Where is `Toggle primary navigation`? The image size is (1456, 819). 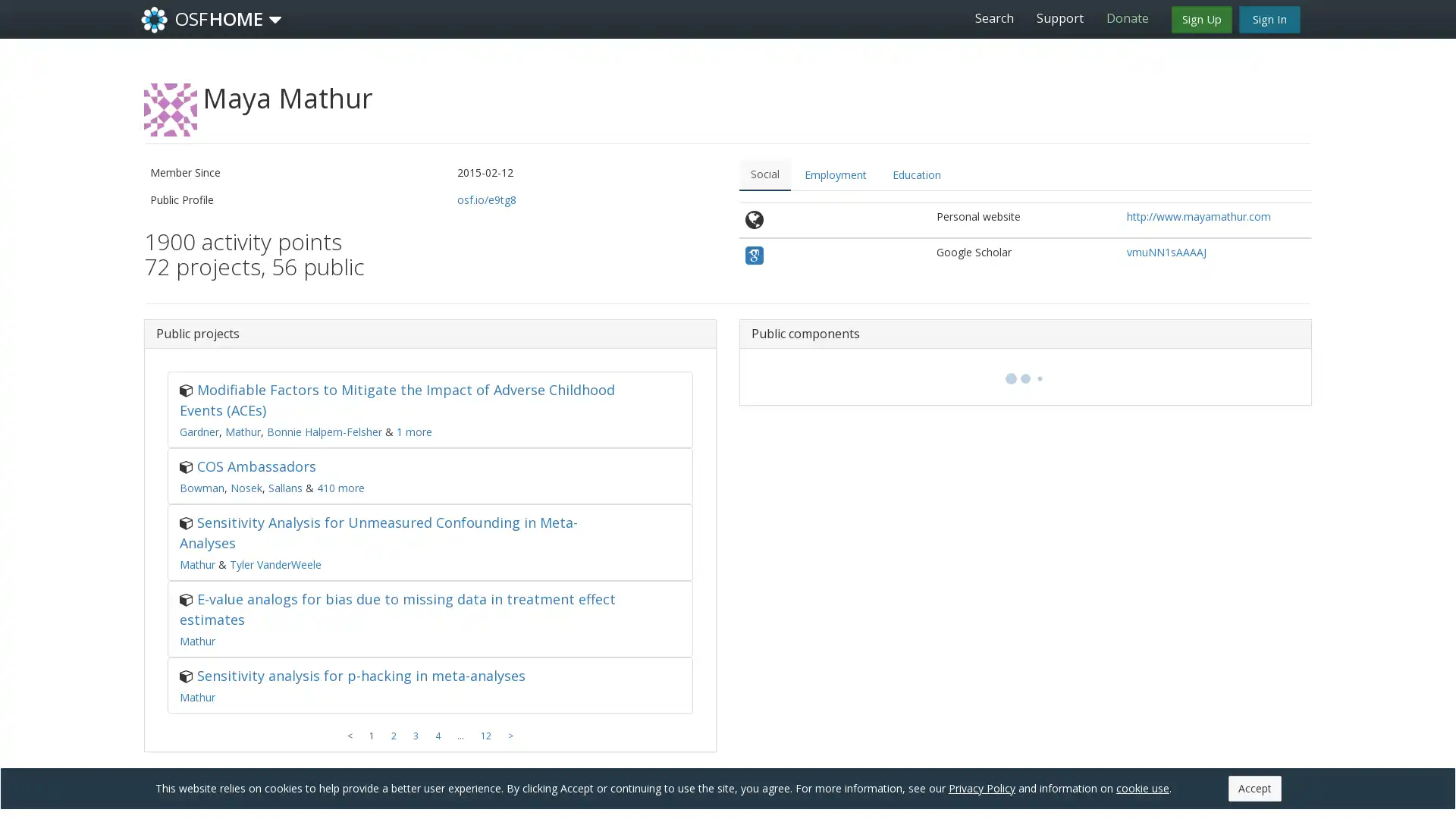
Toggle primary navigation is located at coordinates (275, 20).